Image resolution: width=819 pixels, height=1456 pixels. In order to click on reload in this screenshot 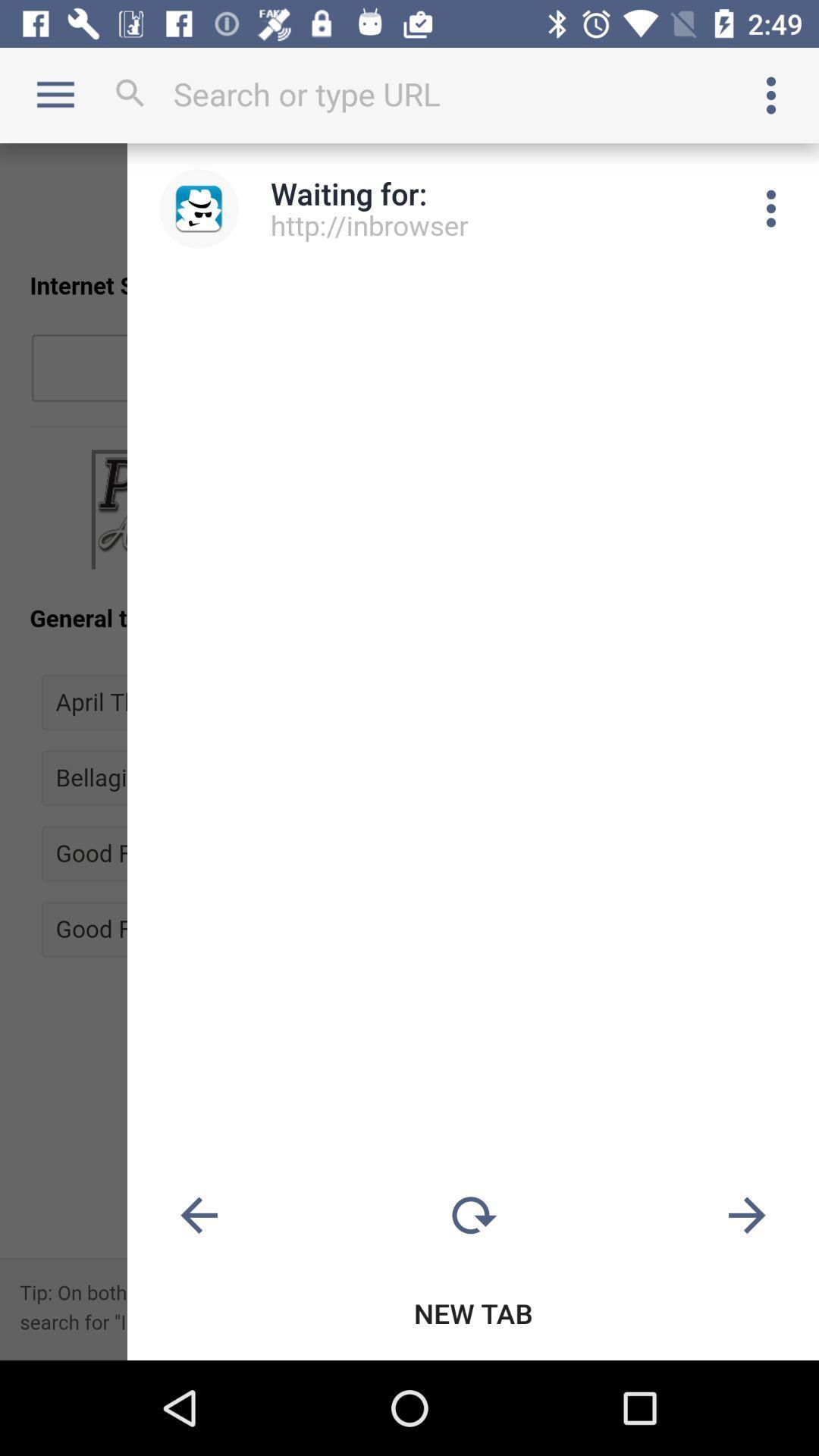, I will do `click(472, 1216)`.